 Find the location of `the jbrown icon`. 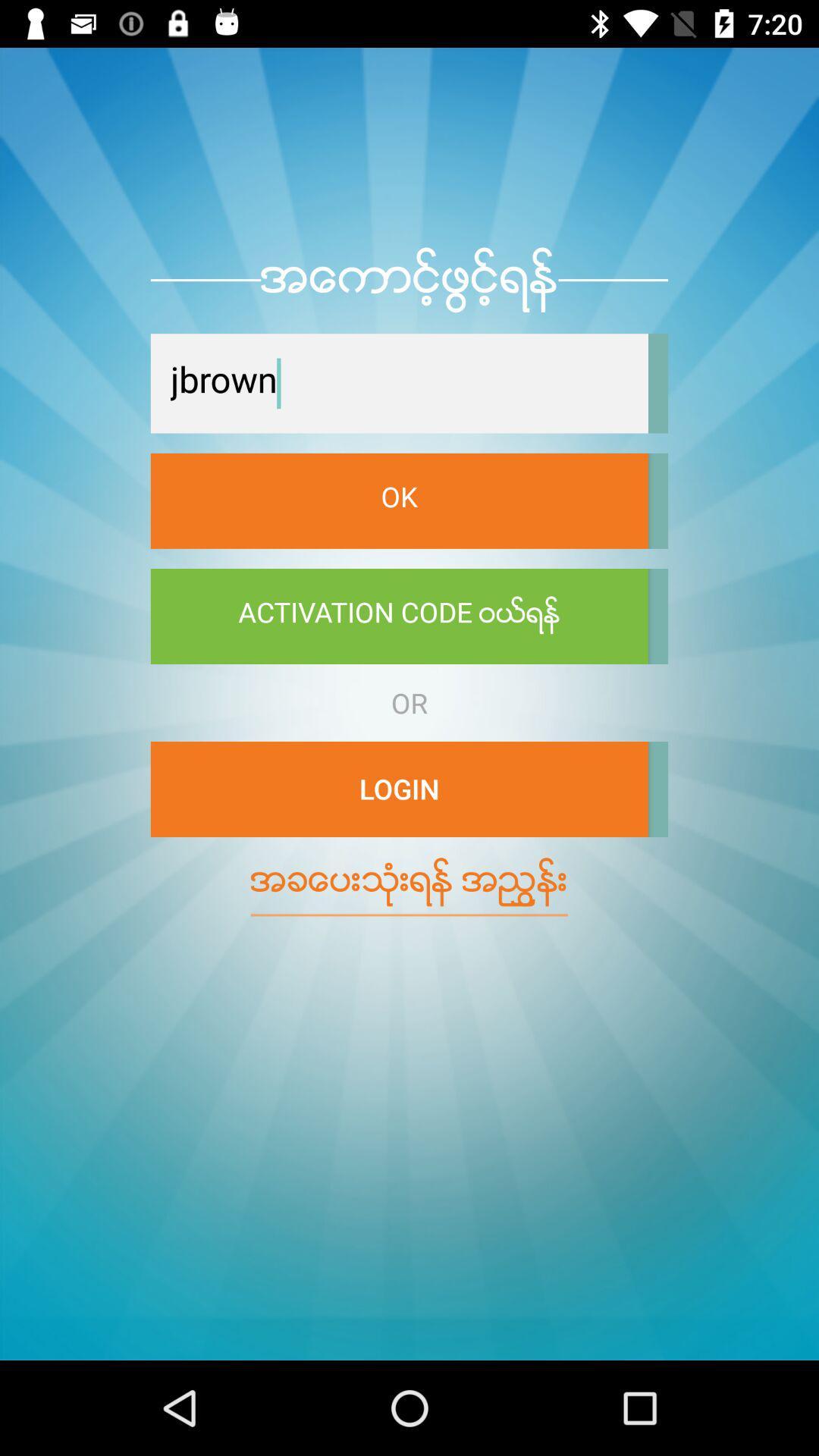

the jbrown icon is located at coordinates (398, 383).